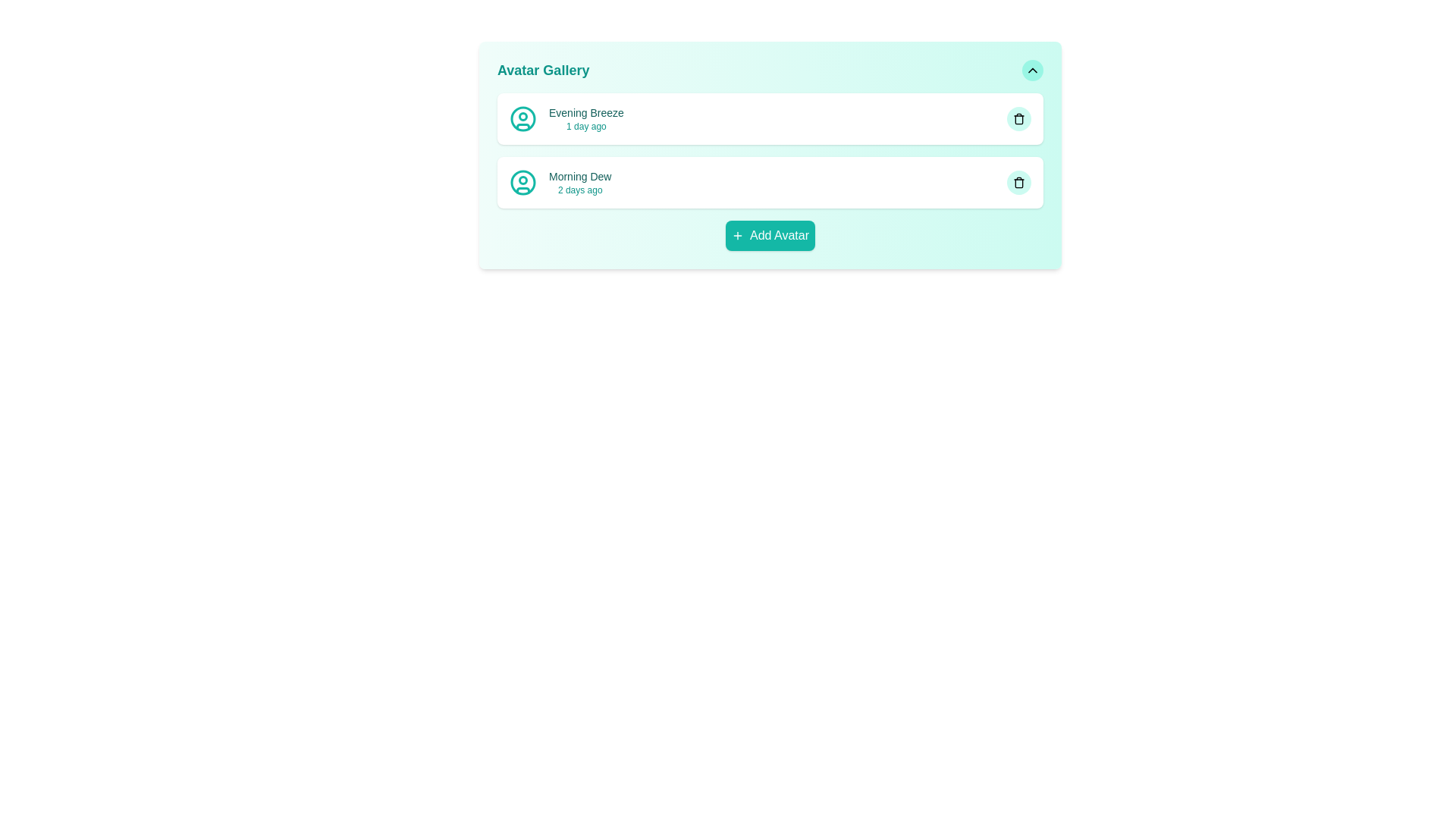 The width and height of the screenshot is (1456, 819). Describe the element at coordinates (560, 181) in the screenshot. I see `the Profile item entry` at that location.